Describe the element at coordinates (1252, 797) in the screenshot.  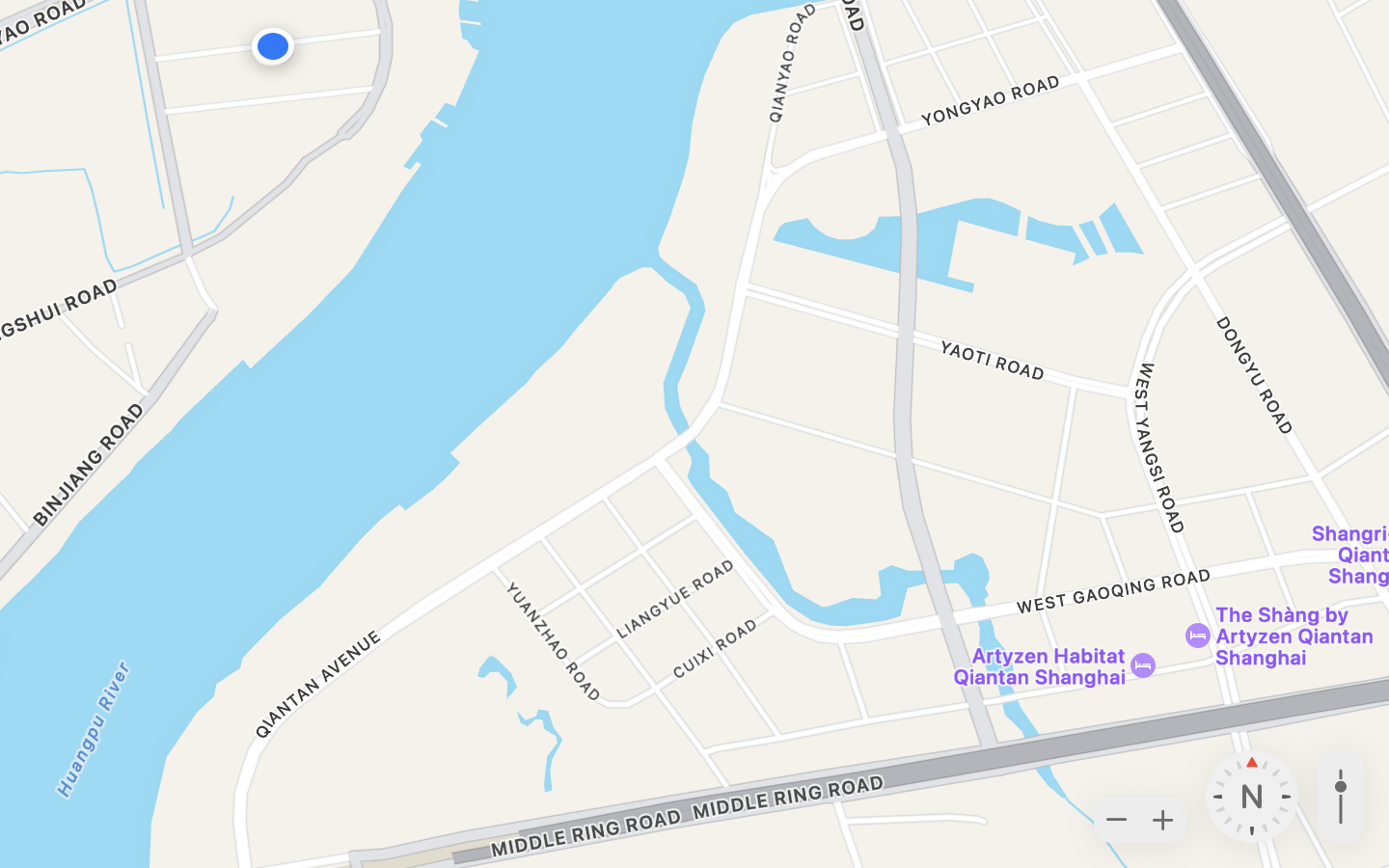
I see `'Heading: 0 degrees North'` at that location.